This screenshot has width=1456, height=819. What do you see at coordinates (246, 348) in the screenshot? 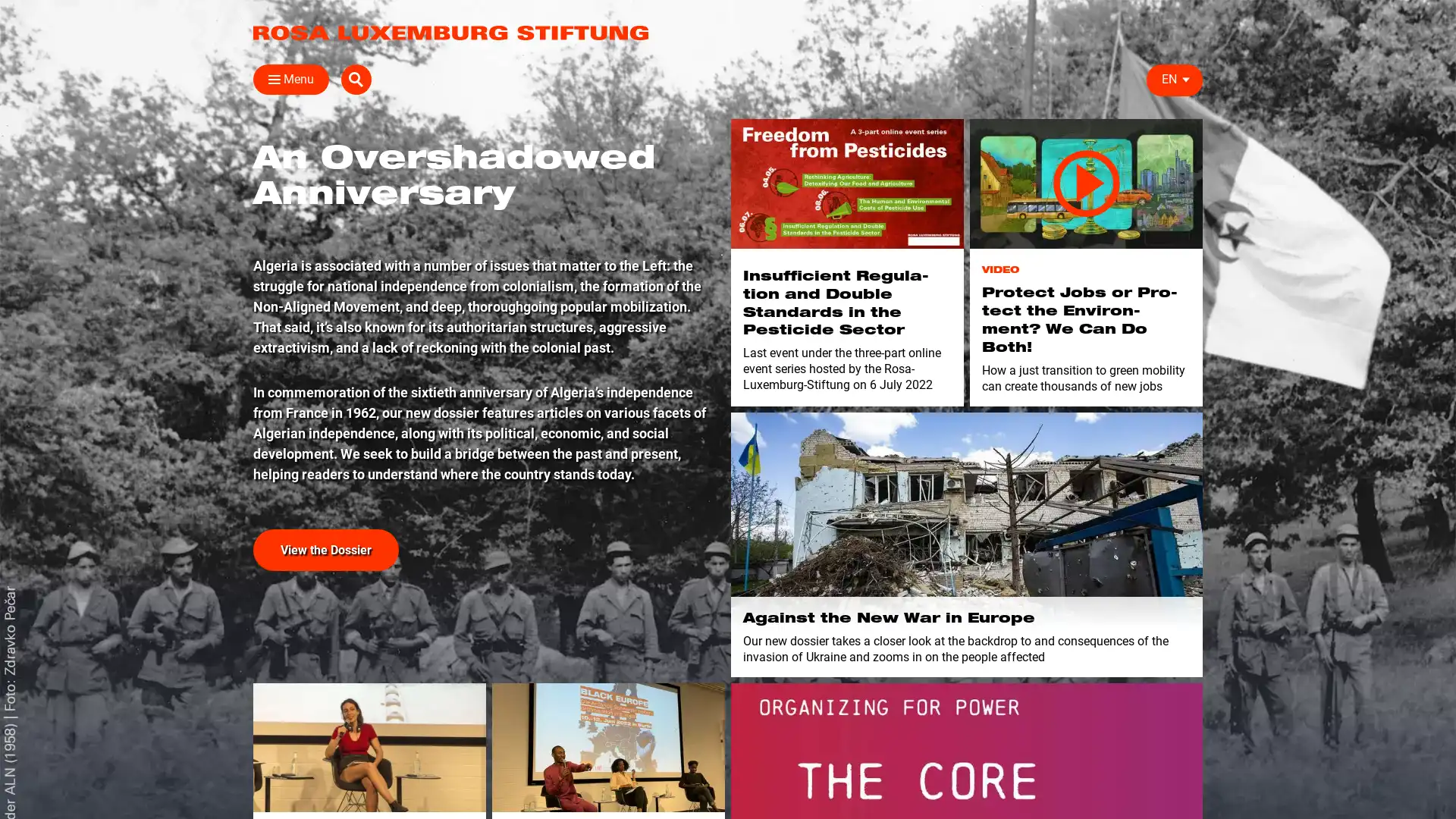
I see `Show more / less` at bounding box center [246, 348].